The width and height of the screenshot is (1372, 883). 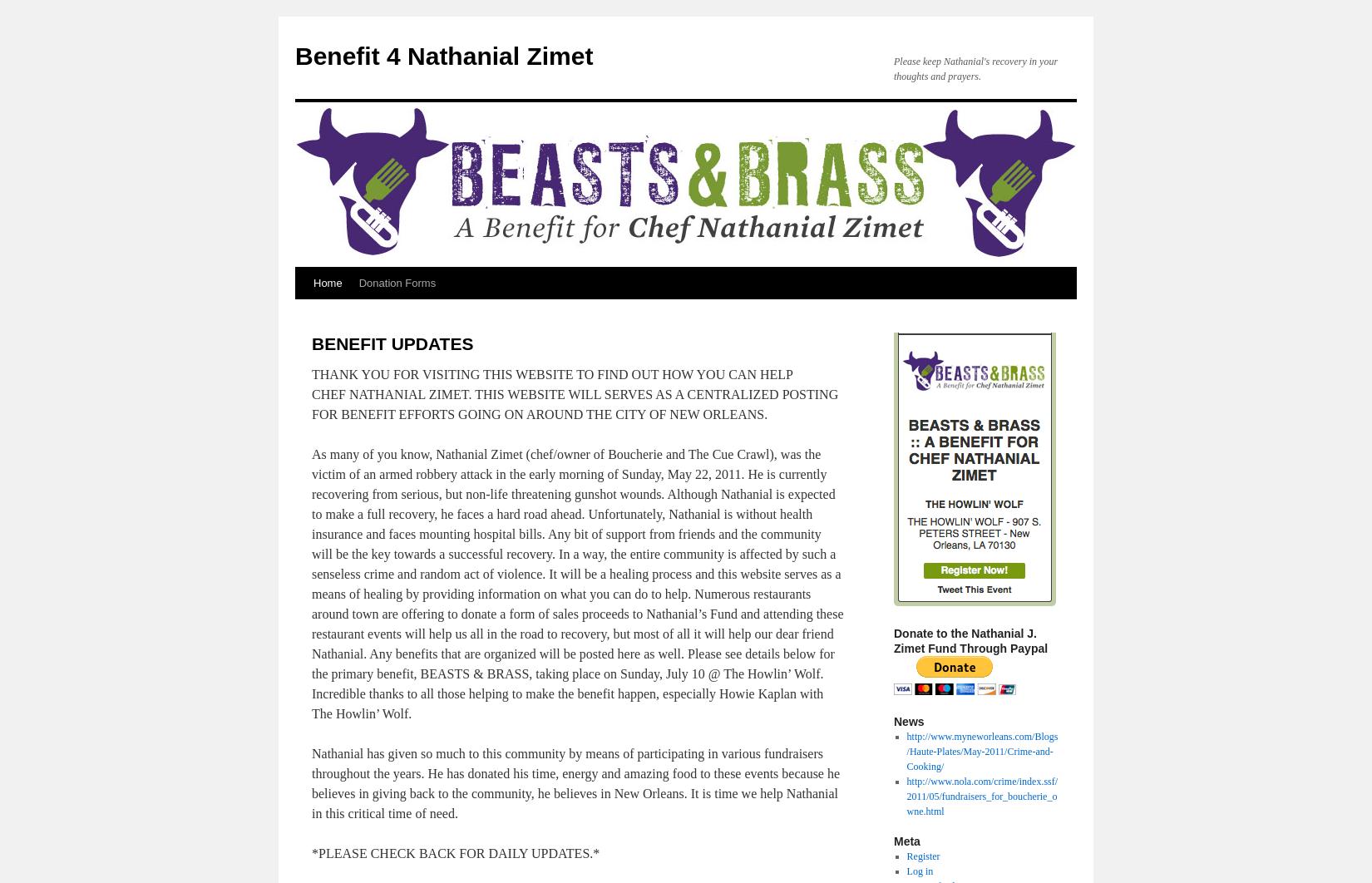 What do you see at coordinates (893, 641) in the screenshot?
I see `'Donate to the Nathanial J. Zimet Fund Through Paypal'` at bounding box center [893, 641].